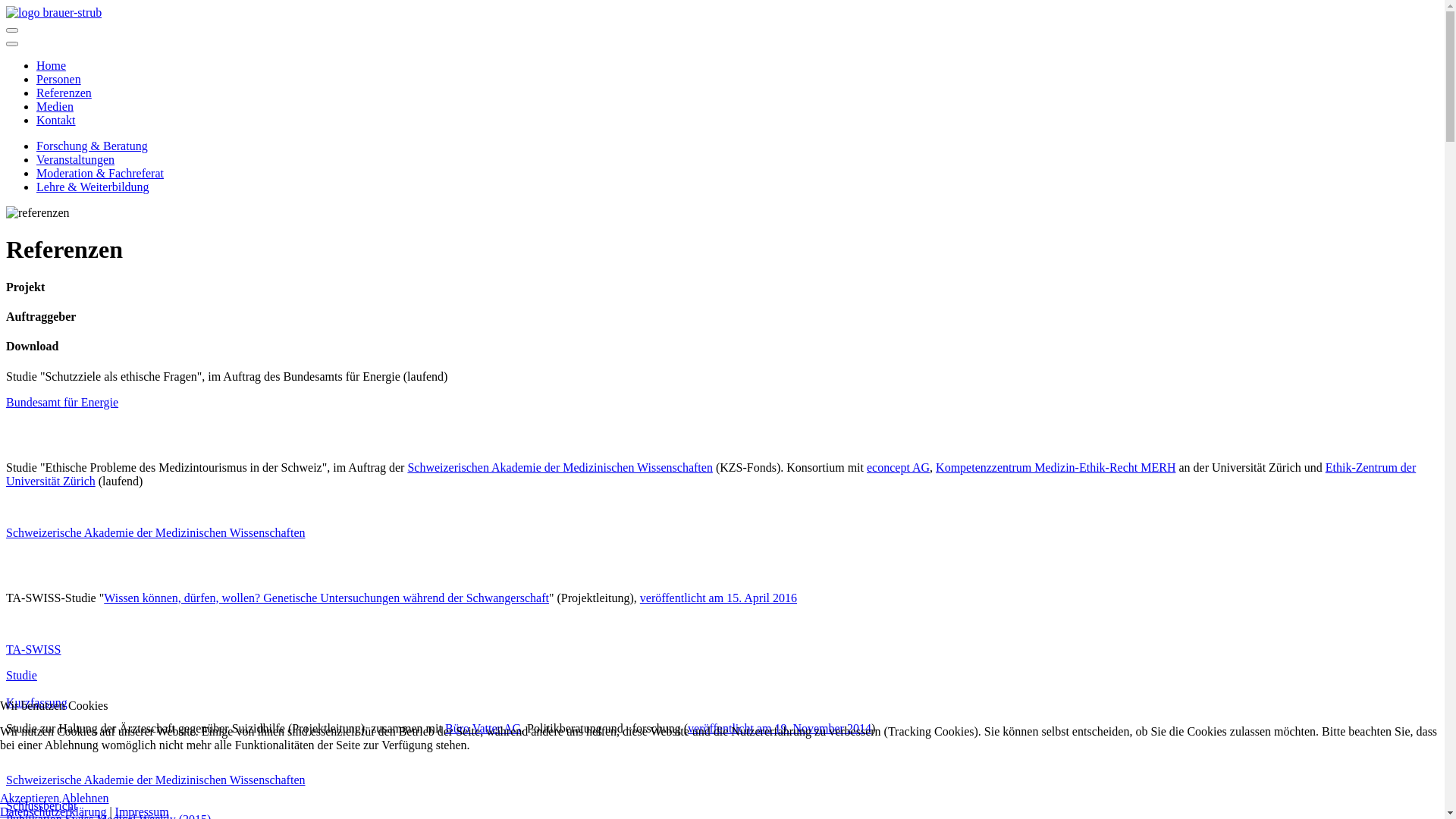  I want to click on 'Schweizerische Akademie der Medizinischen Wissenschaften', so click(155, 532).